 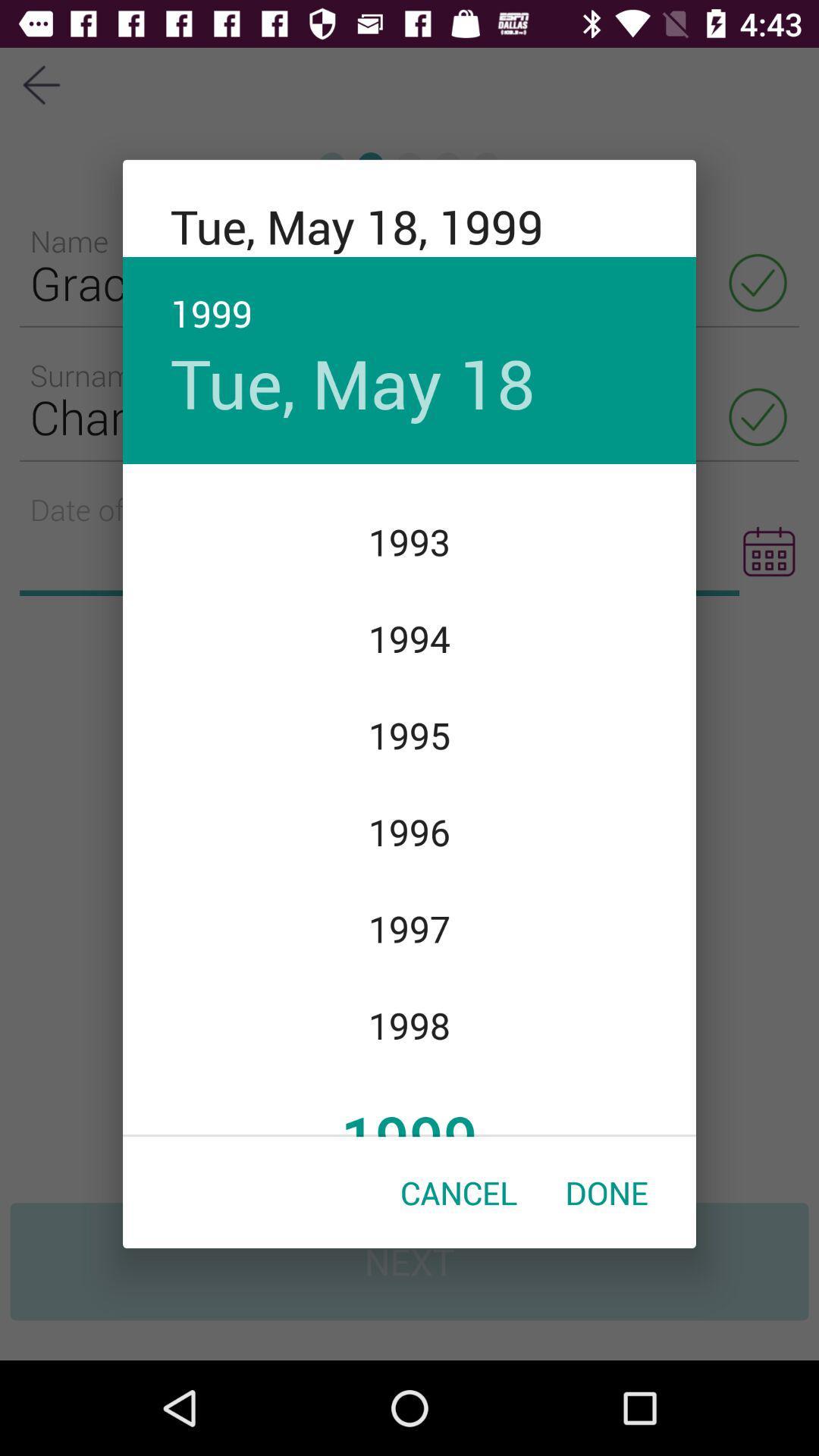 What do you see at coordinates (606, 1191) in the screenshot?
I see `item at the bottom right corner` at bounding box center [606, 1191].